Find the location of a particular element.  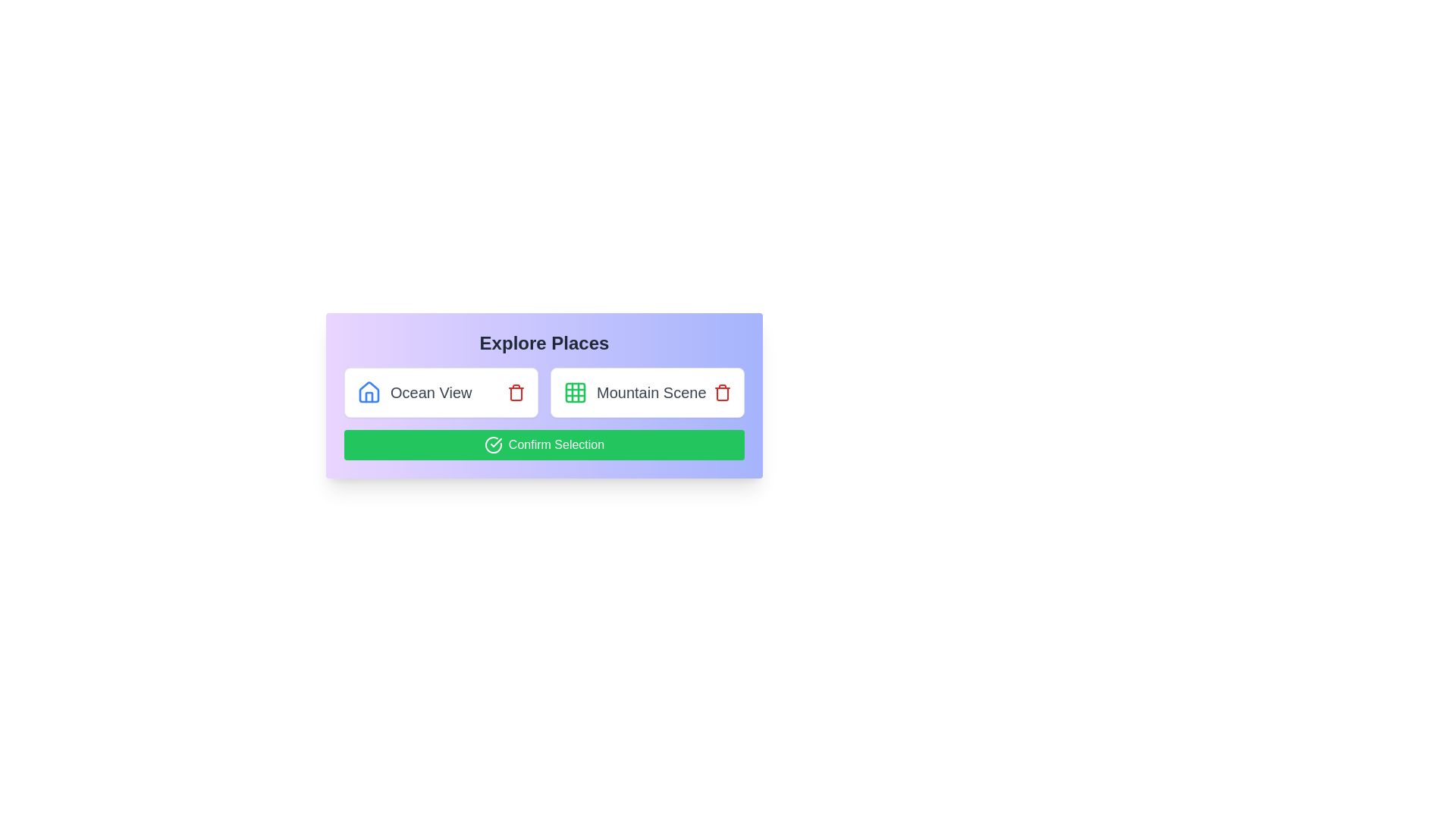

the square green icon featuring a grid pattern with nine cells located to the left of the text 'Mountain Scene' is located at coordinates (574, 391).